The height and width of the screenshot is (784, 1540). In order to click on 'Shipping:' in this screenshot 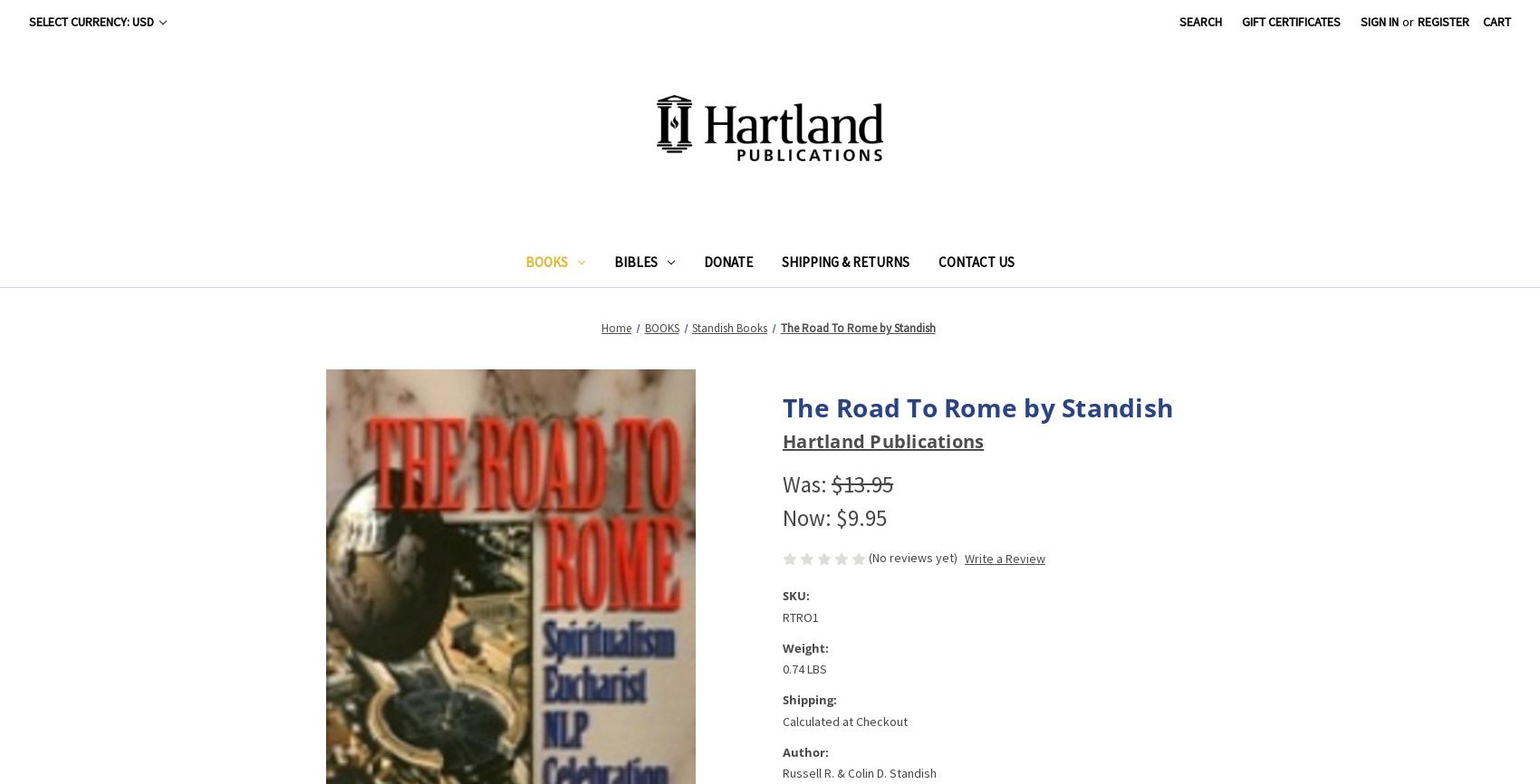, I will do `click(810, 698)`.